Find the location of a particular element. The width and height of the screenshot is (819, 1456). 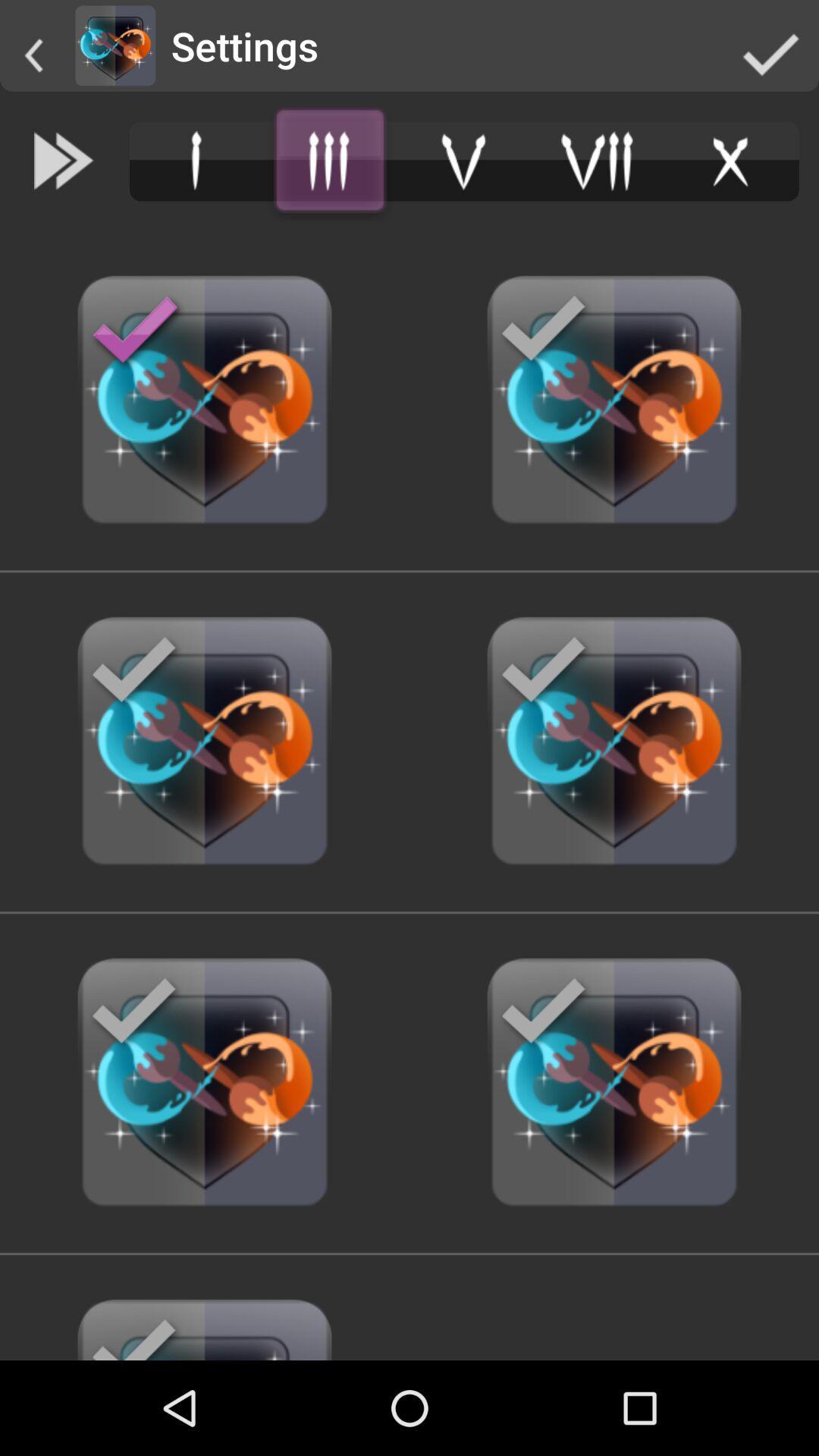

the last image from the bottom left side of the web page is located at coordinates (205, 1083).